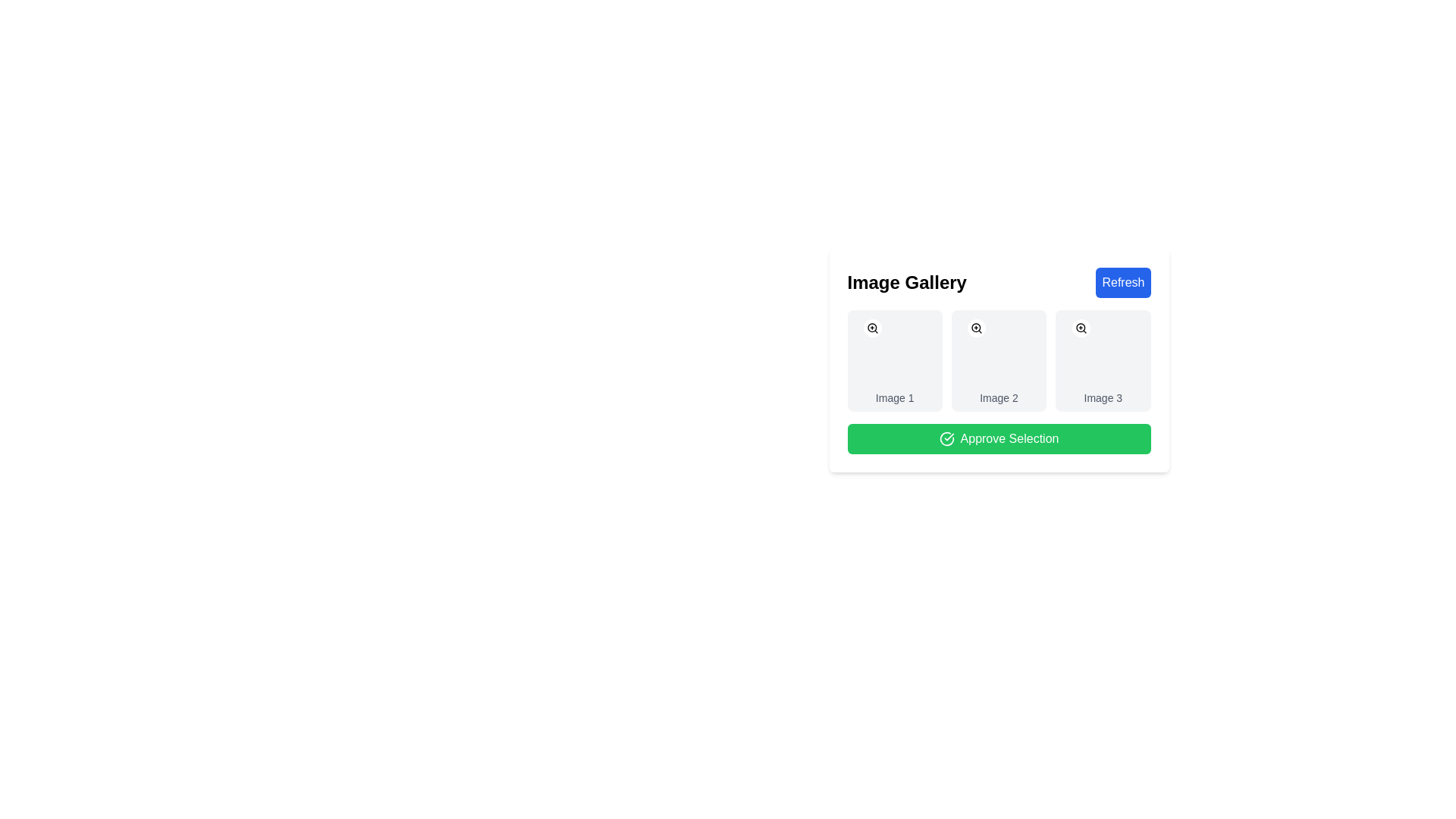  I want to click on the 'Approve Selection' icon, which visually represents the action of confirming a selection and is positioned on the left end of the button's text label, so click(946, 438).